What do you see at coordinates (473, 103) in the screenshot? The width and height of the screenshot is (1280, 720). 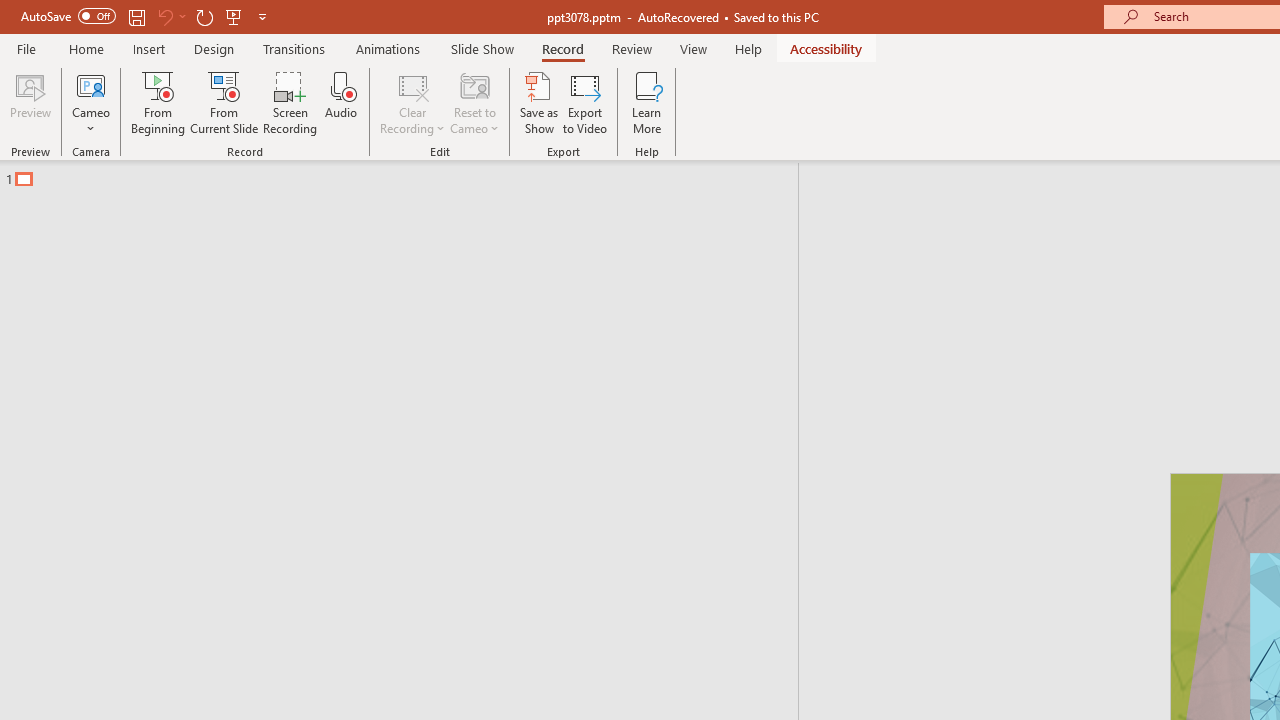 I see `'Reset to Cameo'` at bounding box center [473, 103].